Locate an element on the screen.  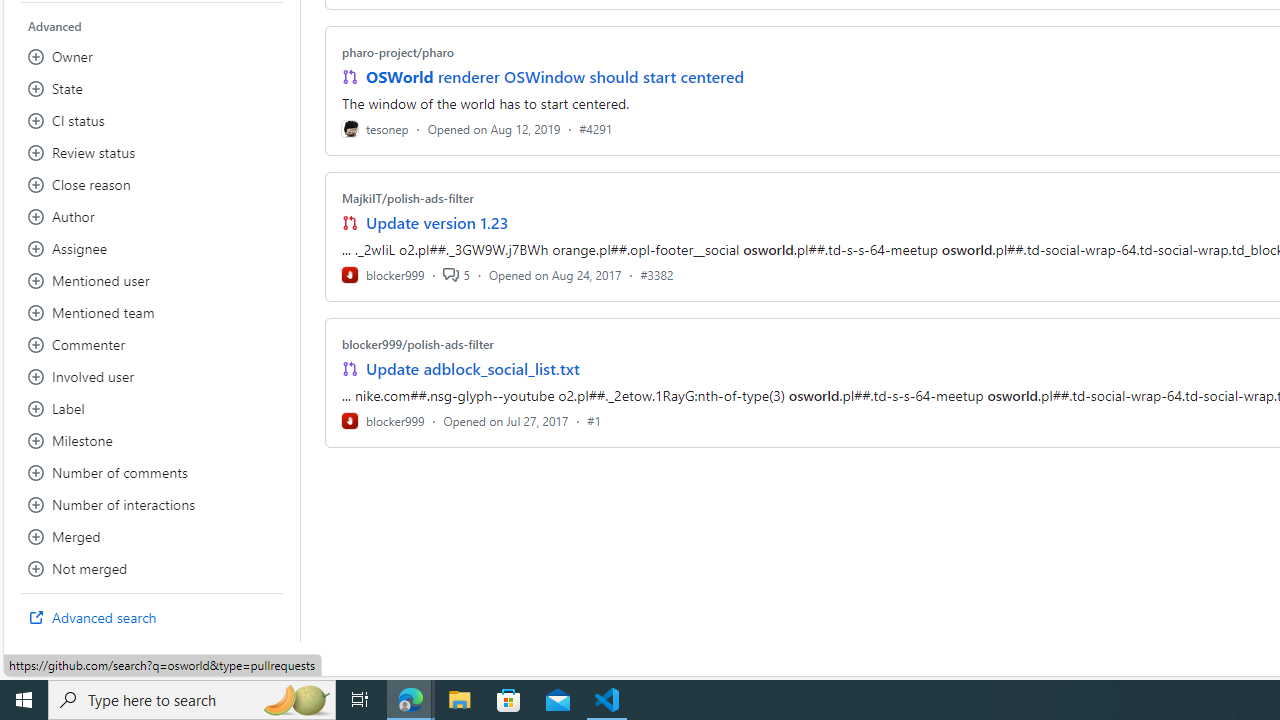
'tesonep' is located at coordinates (375, 128).